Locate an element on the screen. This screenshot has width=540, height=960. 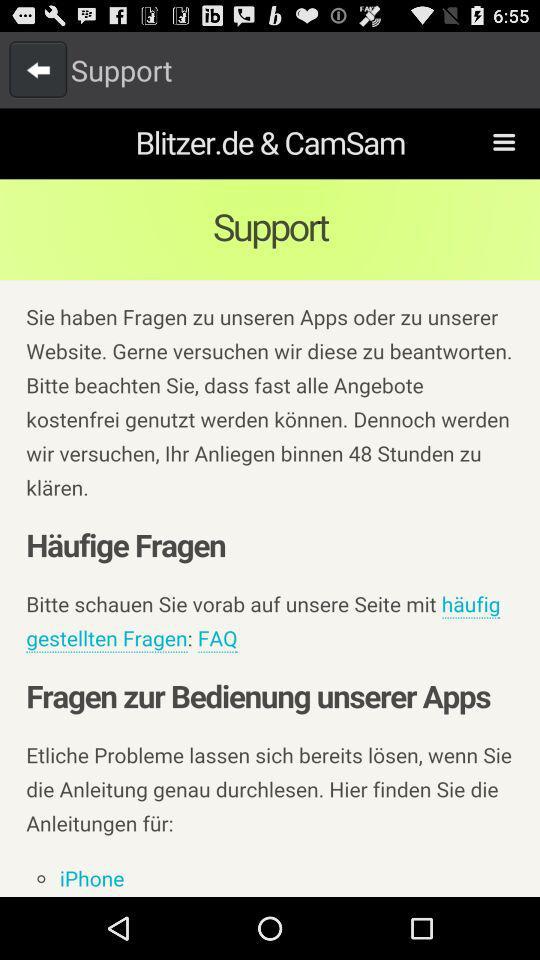
previous is located at coordinates (38, 69).